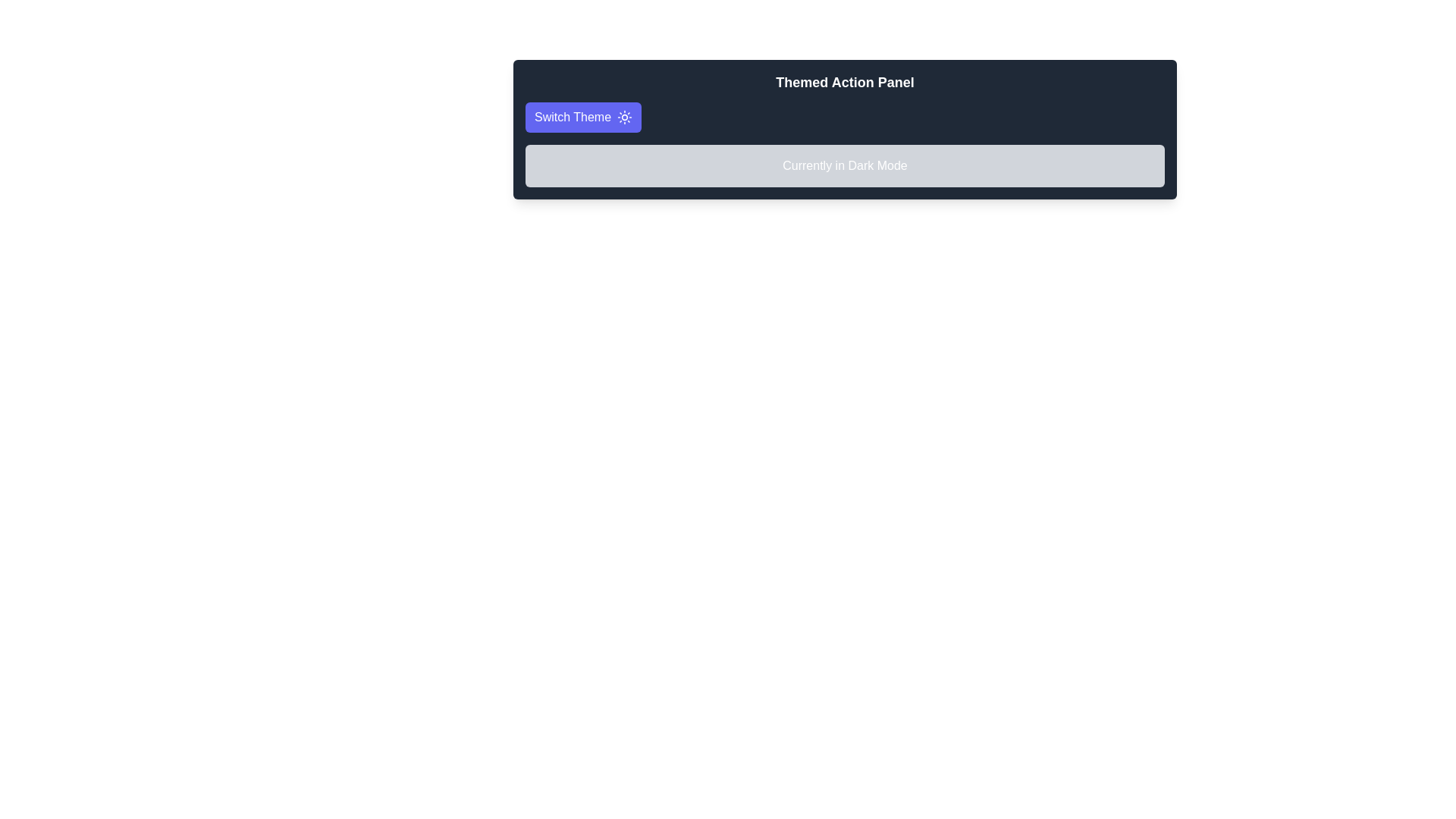 This screenshot has height=819, width=1456. I want to click on the text label that conveys information about the current active theme mode, which is located at the bottom of the 'Themed Action Panel' and directly below the 'Switch Theme' button, so click(844, 166).